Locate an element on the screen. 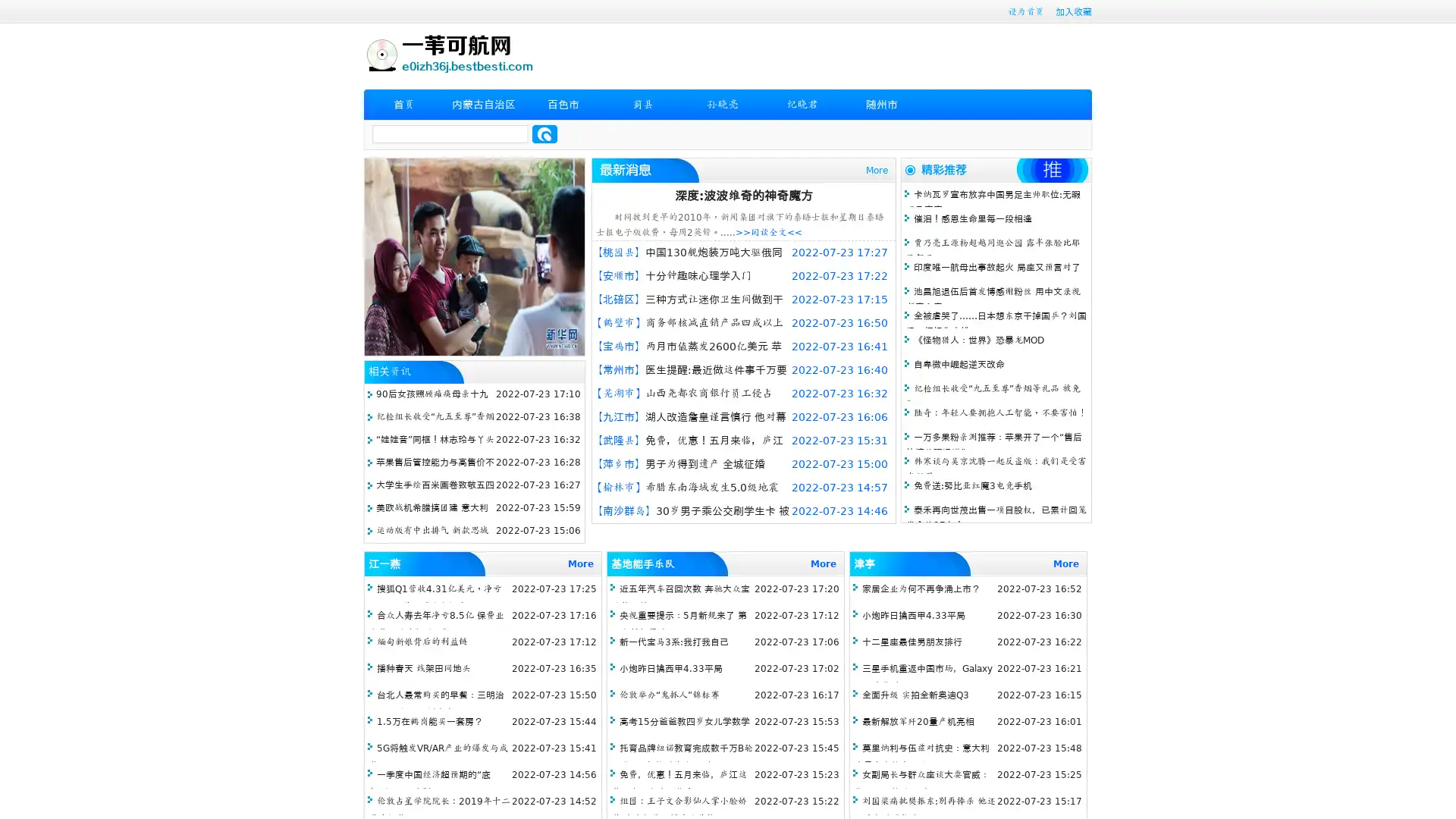 Image resolution: width=1456 pixels, height=819 pixels. Search is located at coordinates (544, 133).